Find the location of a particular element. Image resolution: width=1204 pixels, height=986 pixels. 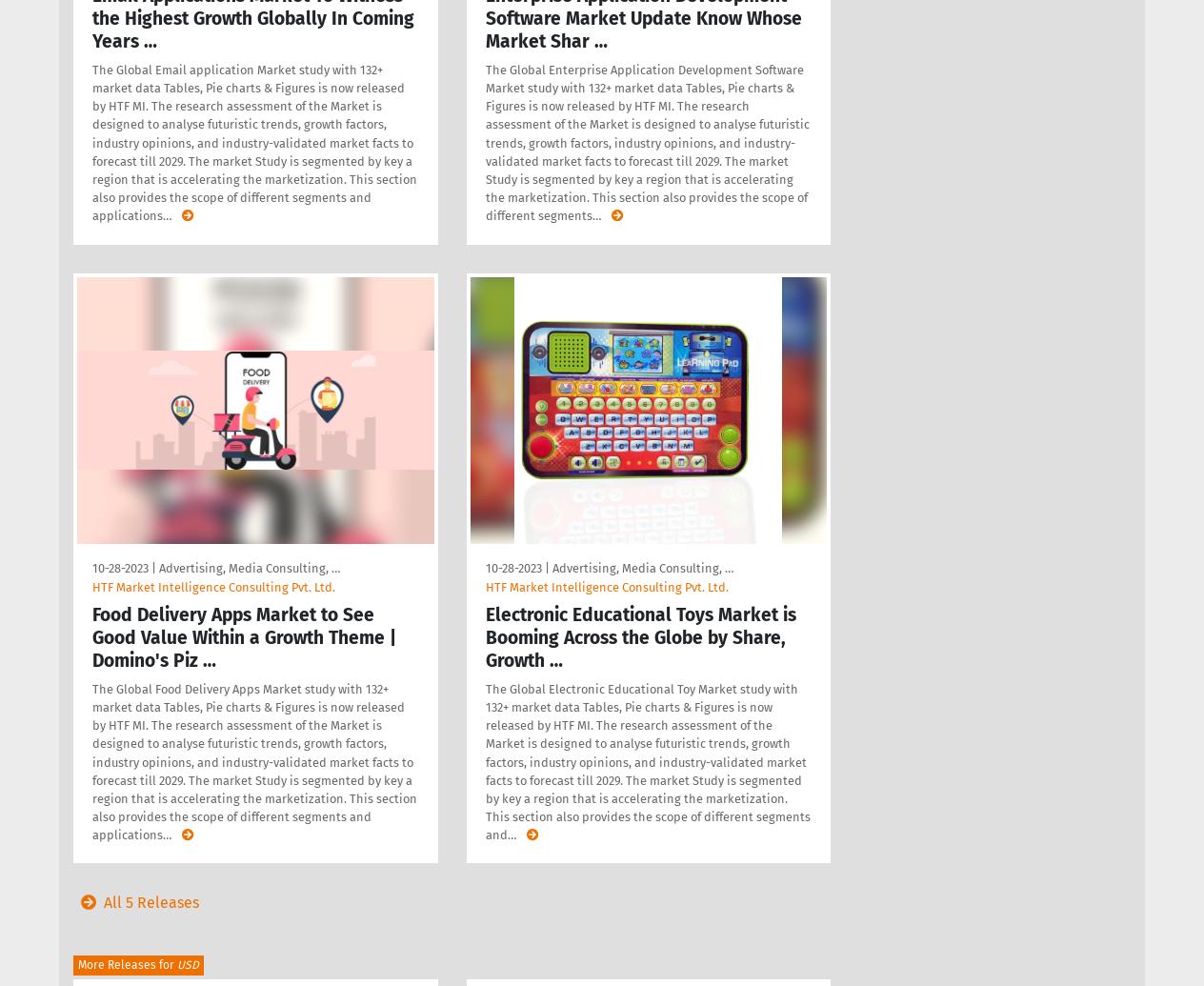

'The Global Food Delivery Apps Market study with 132+ market data Tables, Pie charts & Figures is now released by HTF MI. The research assessment of the Market is designed to analyse futuristic trends, growth factors, industry opinions, and industry-validated market facts to forecast till 2029.
The market Study is segmented by key a region that is accelerating the marketization. This section also provides the scope of different segments and applications' is located at coordinates (254, 760).